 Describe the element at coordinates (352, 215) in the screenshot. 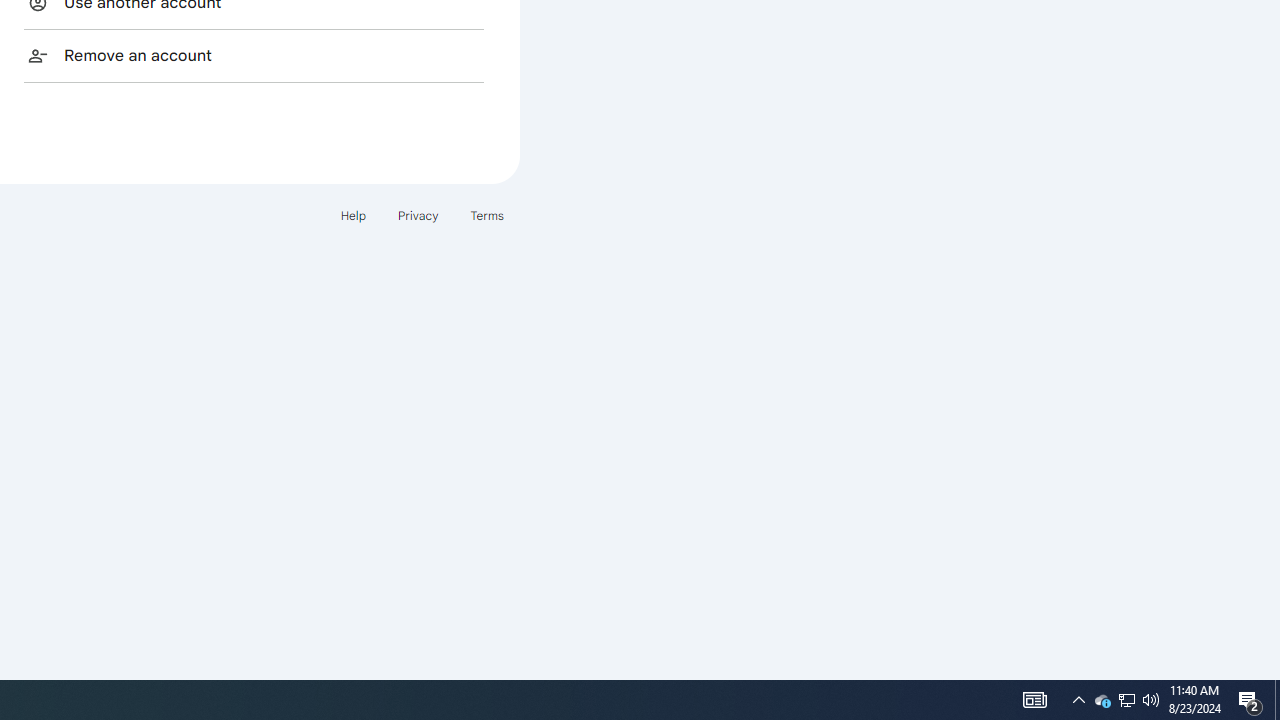

I see `'Help'` at that location.